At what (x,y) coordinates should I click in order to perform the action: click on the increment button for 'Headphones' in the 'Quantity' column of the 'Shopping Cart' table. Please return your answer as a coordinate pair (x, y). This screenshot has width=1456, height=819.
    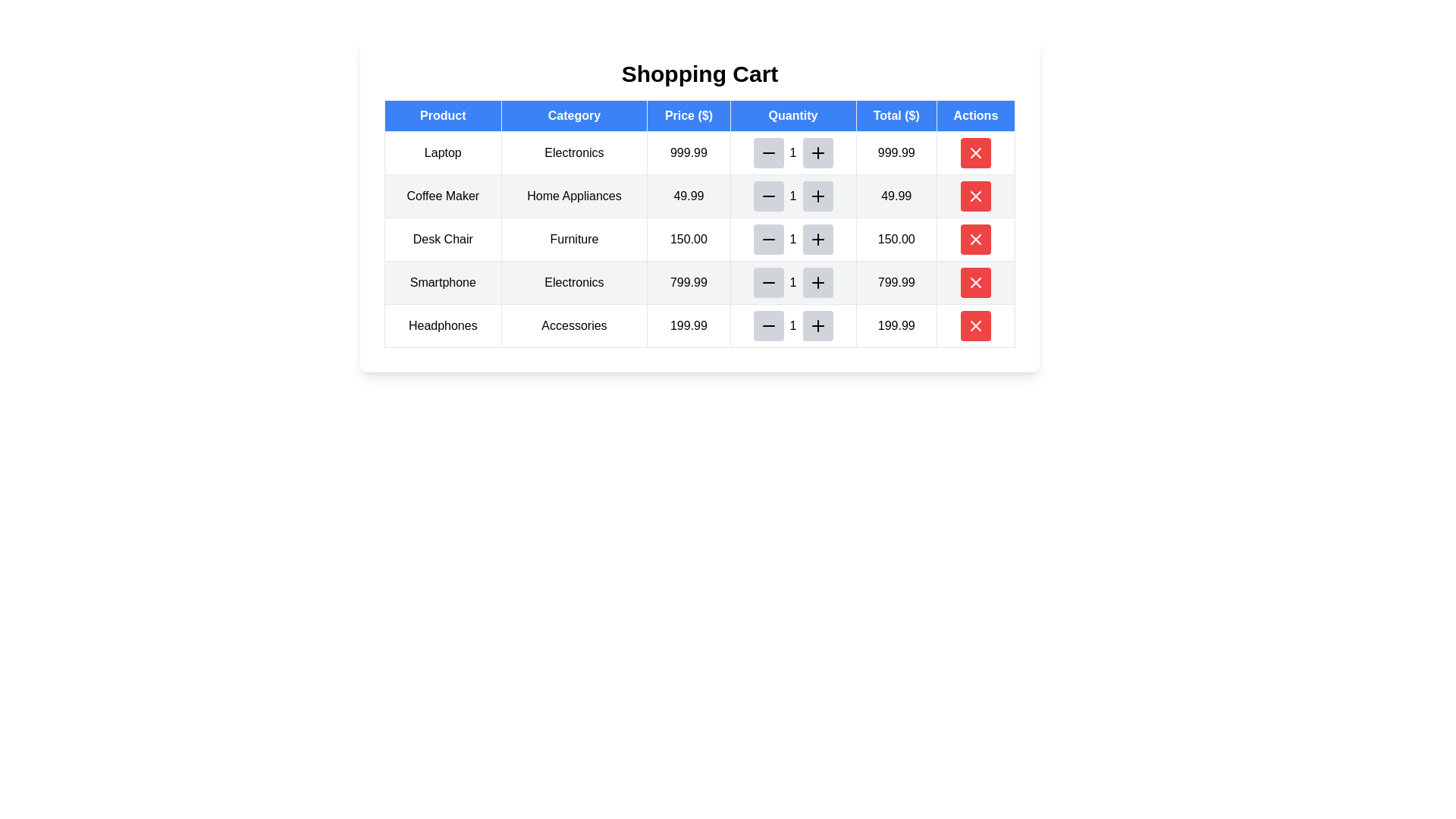
    Looking at the image, I should click on (817, 325).